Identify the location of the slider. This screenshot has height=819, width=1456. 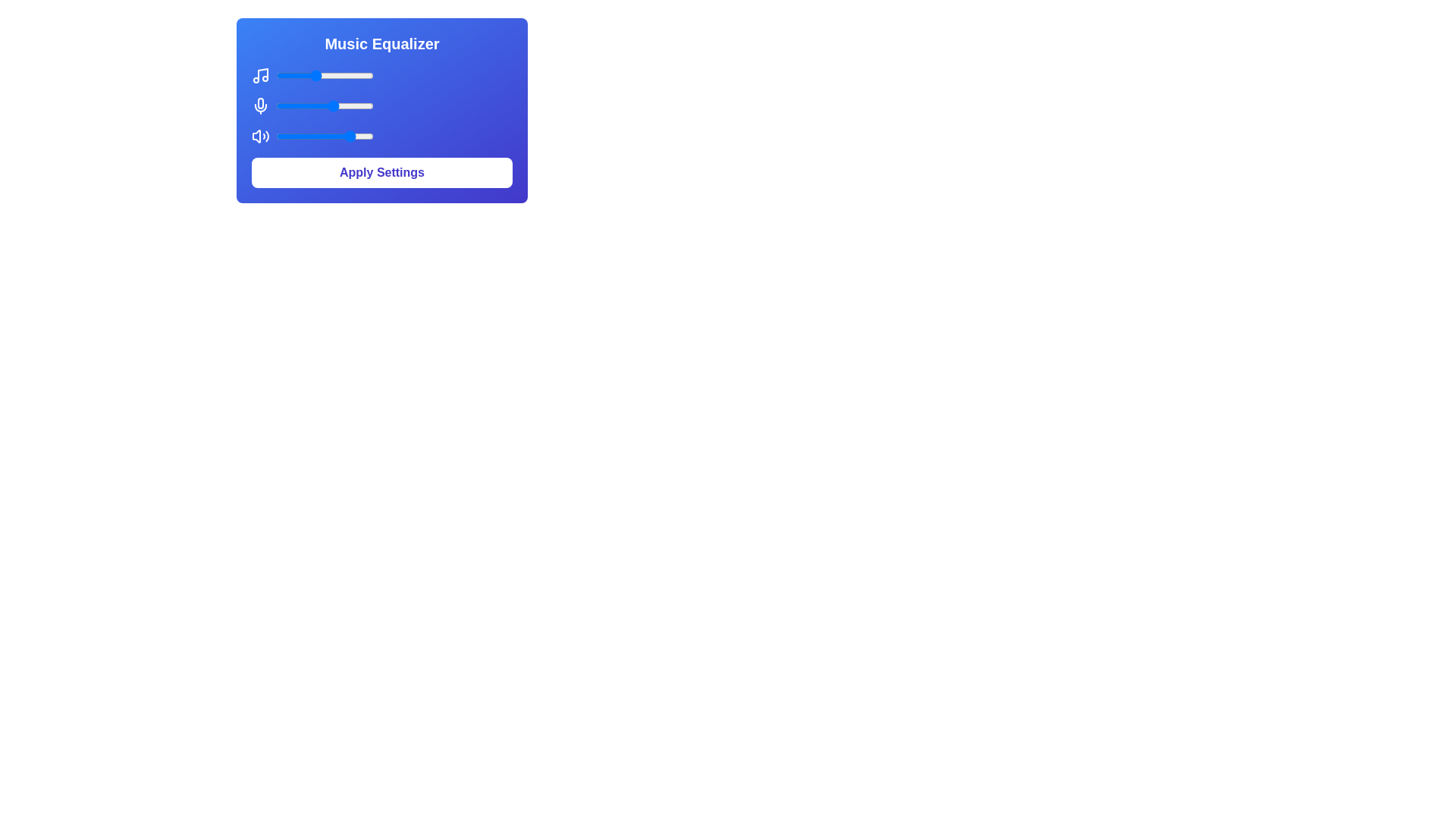
(331, 105).